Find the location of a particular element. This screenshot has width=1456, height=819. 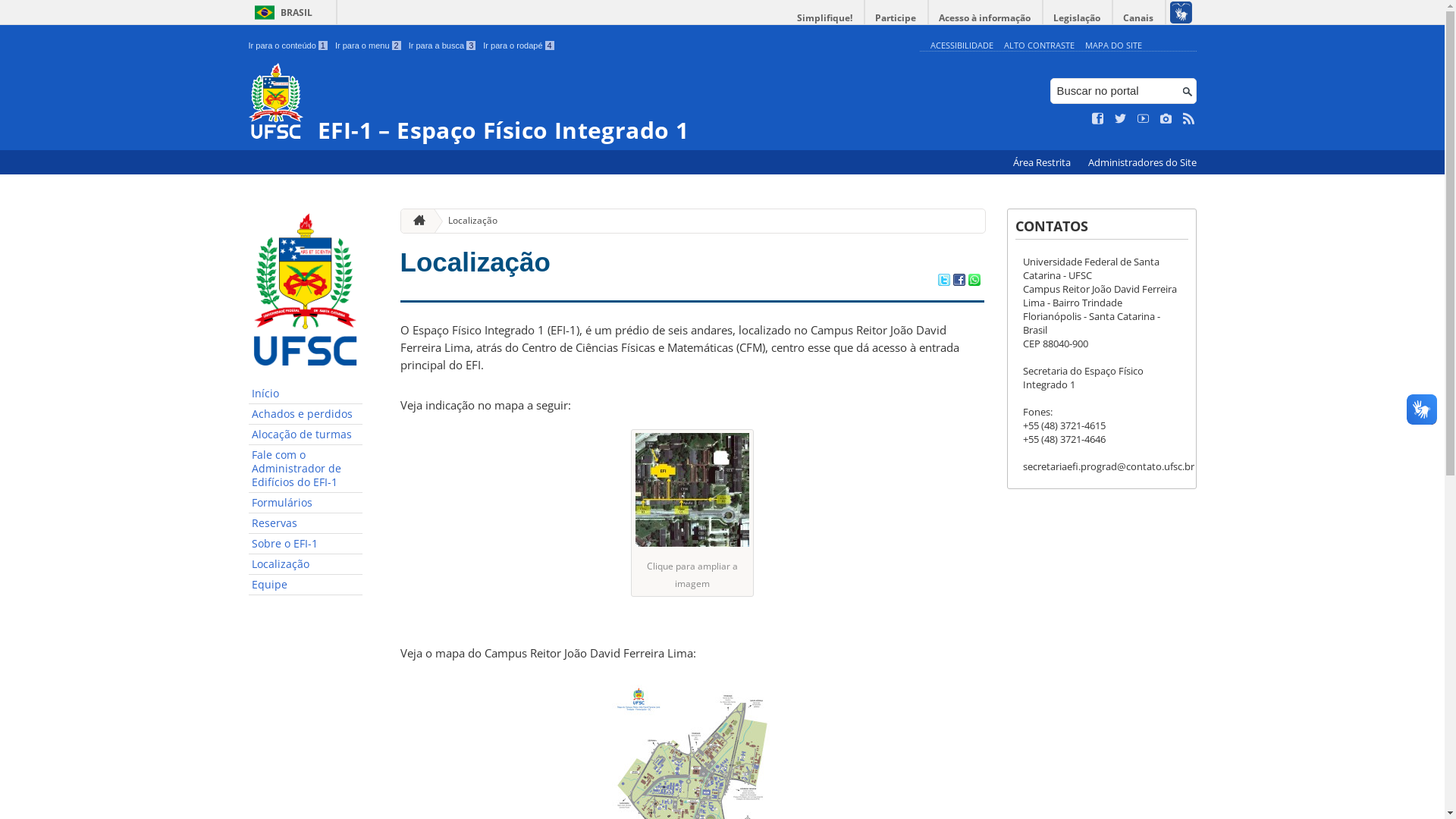

'Participe' is located at coordinates (864, 17).